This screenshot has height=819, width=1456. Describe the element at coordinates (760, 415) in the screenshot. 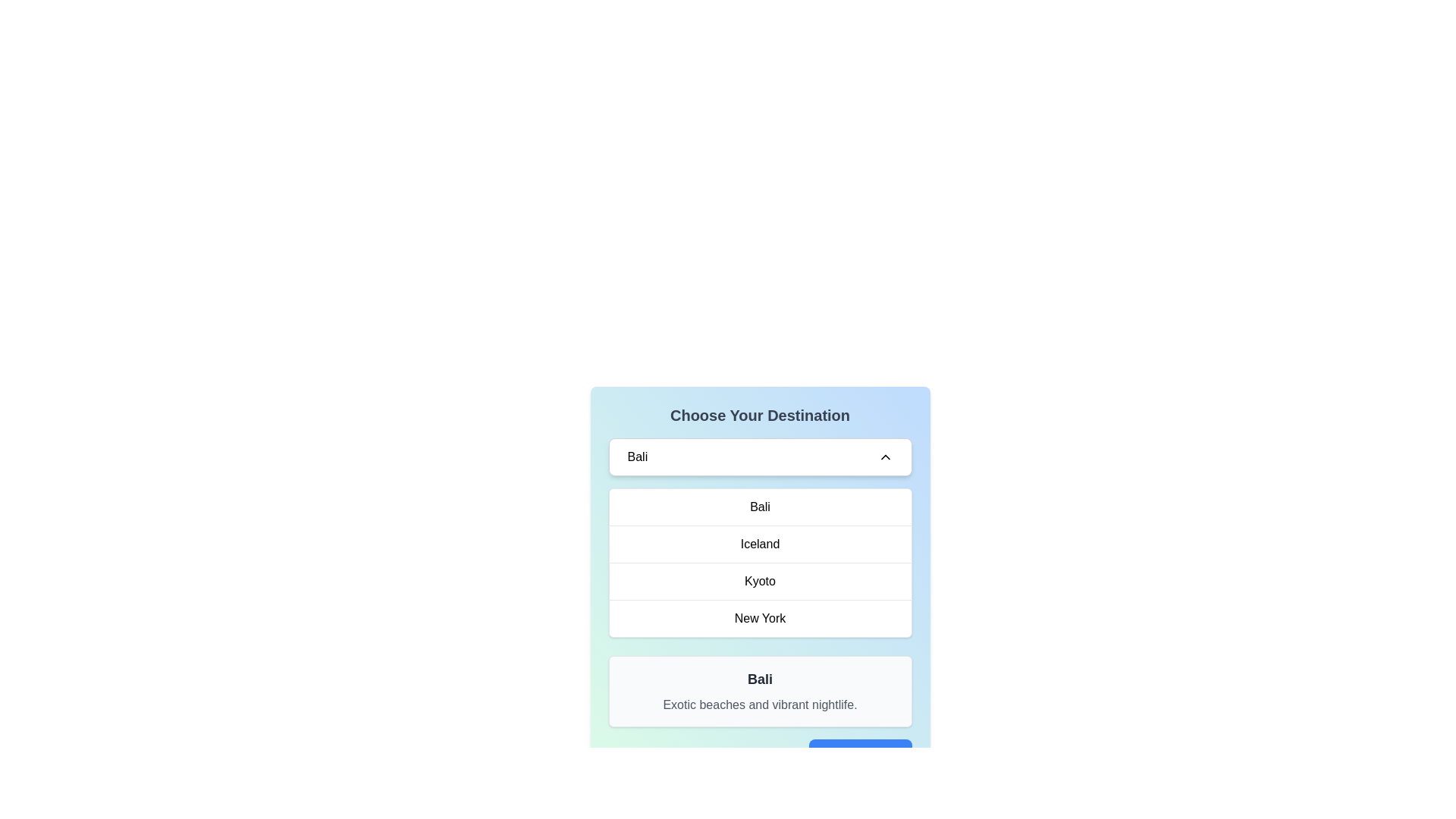

I see `the title text element, which serves` at that location.